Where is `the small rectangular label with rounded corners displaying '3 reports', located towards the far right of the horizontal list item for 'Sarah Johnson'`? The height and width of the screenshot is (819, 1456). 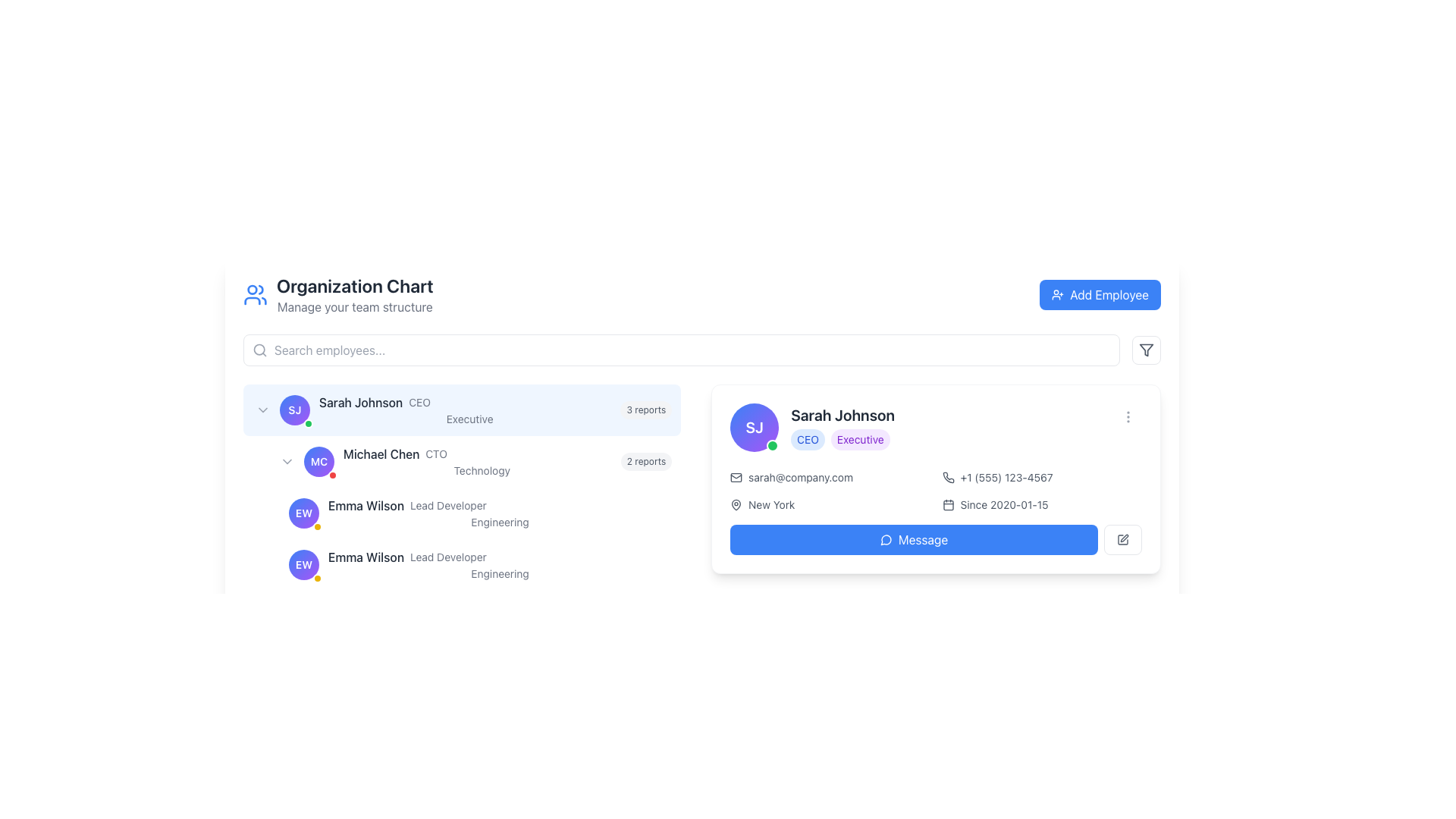
the small rectangular label with rounded corners displaying '3 reports', located towards the far right of the horizontal list item for 'Sarah Johnson' is located at coordinates (646, 409).